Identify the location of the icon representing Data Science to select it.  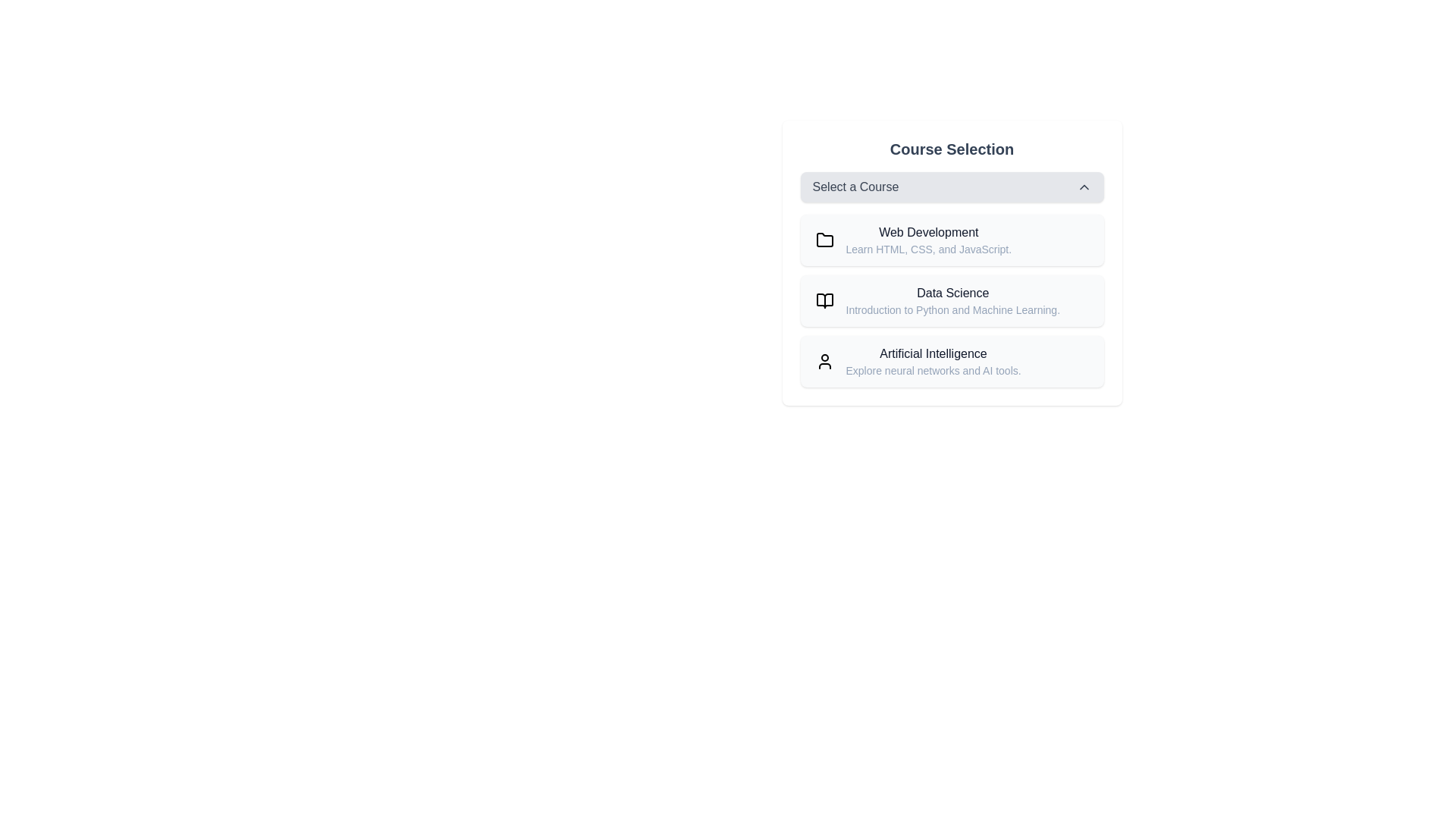
(824, 301).